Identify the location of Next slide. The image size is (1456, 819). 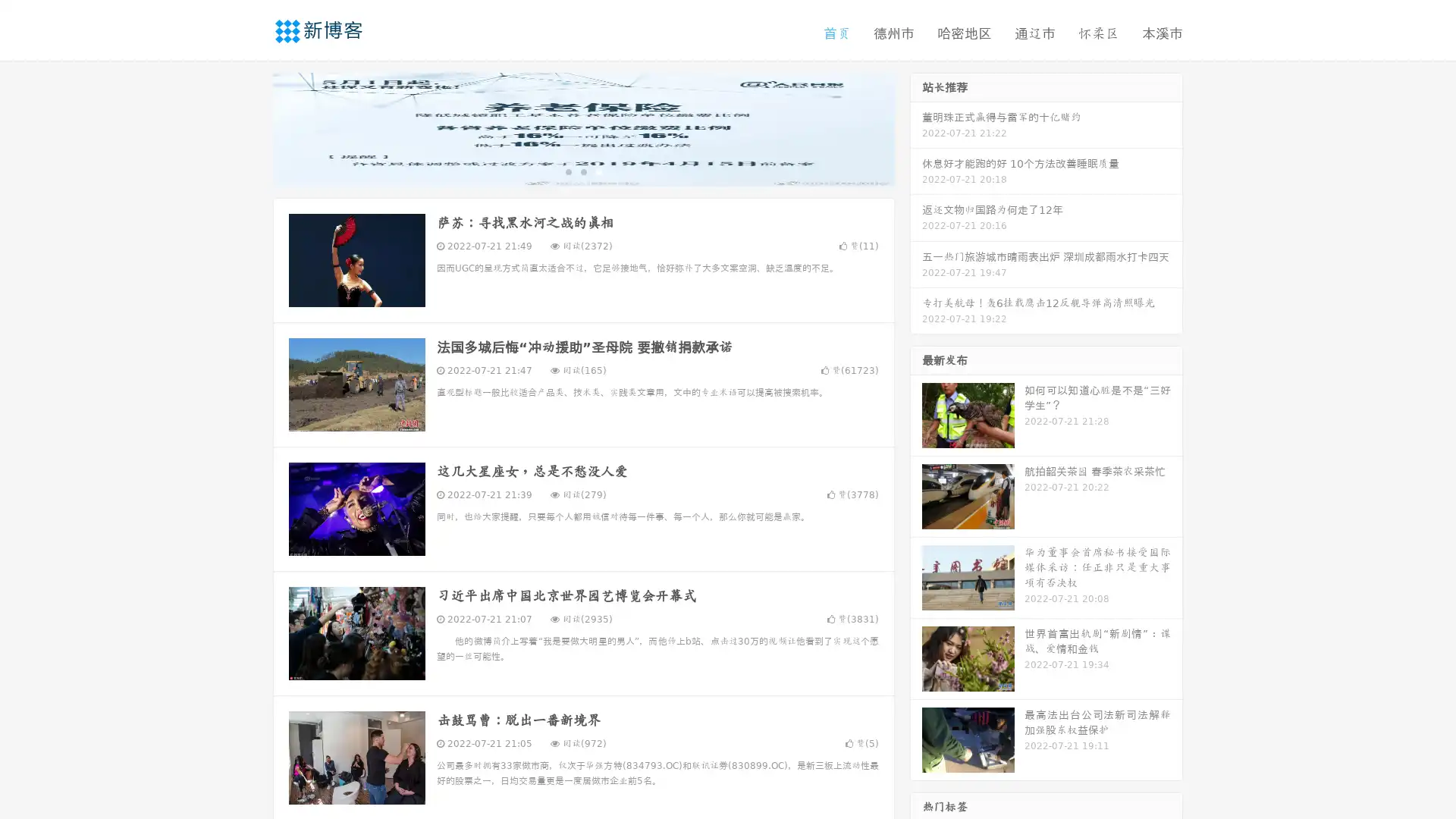
(916, 127).